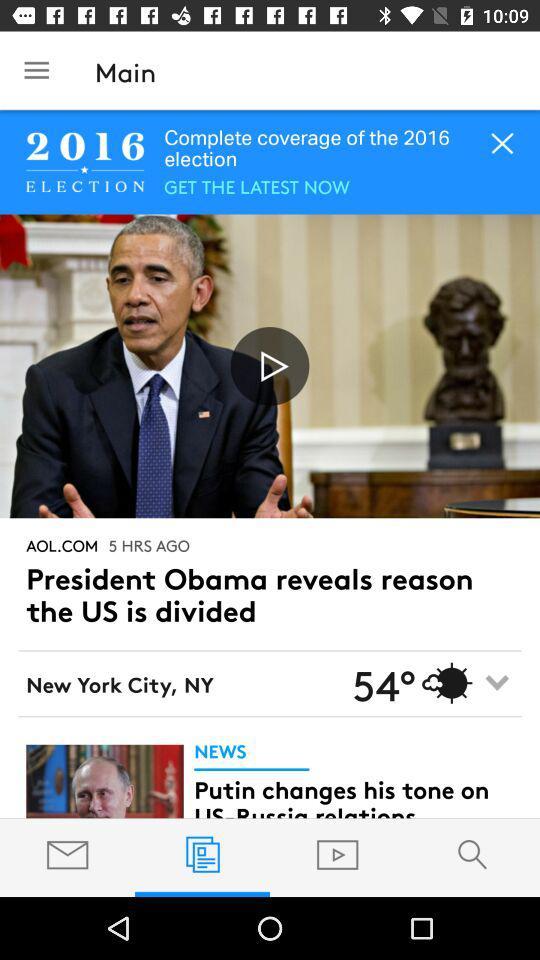 This screenshot has width=540, height=960. Describe the element at coordinates (104, 781) in the screenshot. I see `tap article option` at that location.